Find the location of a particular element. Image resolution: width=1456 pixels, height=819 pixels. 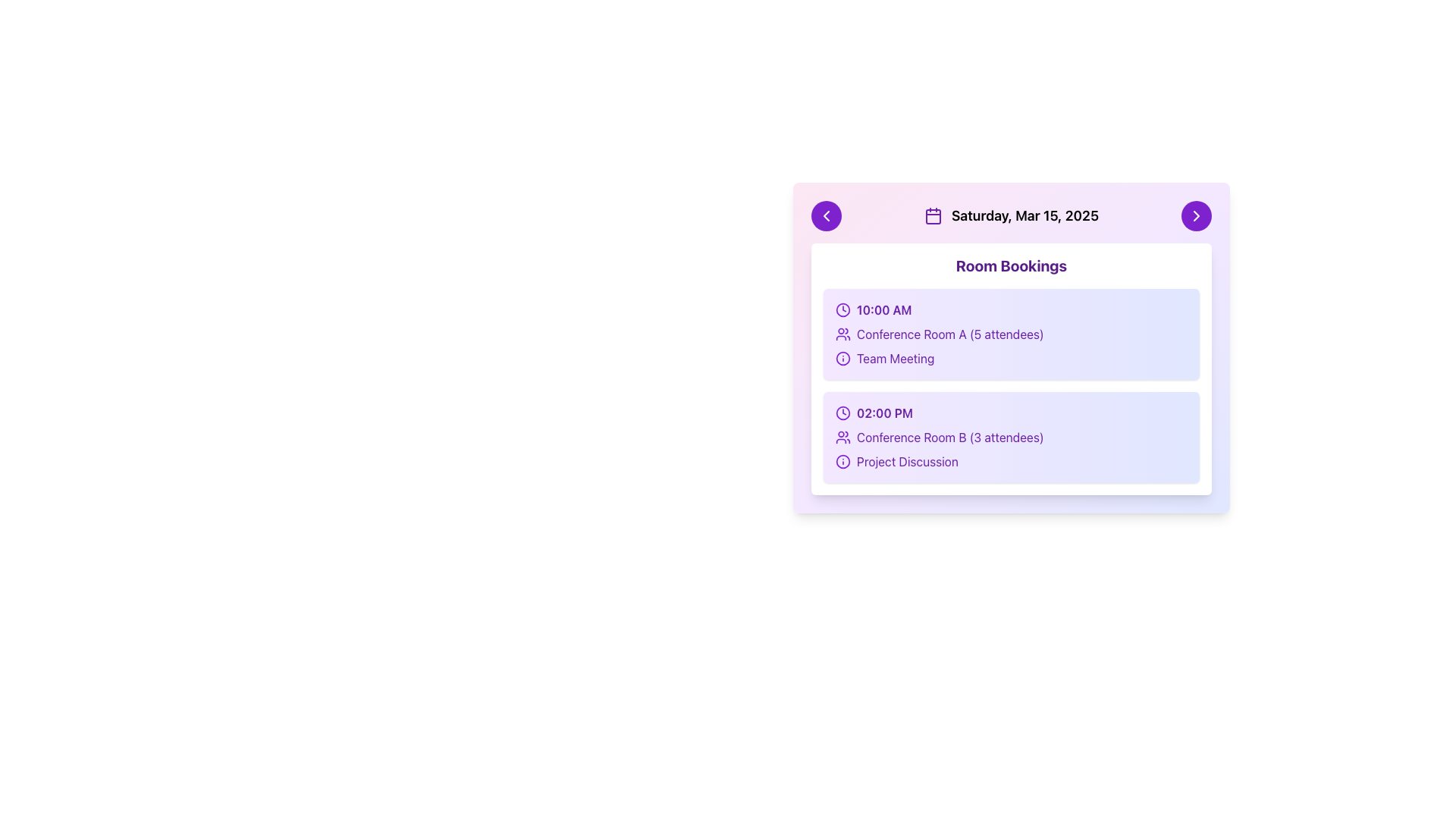

the circular button with a purple background and a white chevron icon is located at coordinates (1196, 216).